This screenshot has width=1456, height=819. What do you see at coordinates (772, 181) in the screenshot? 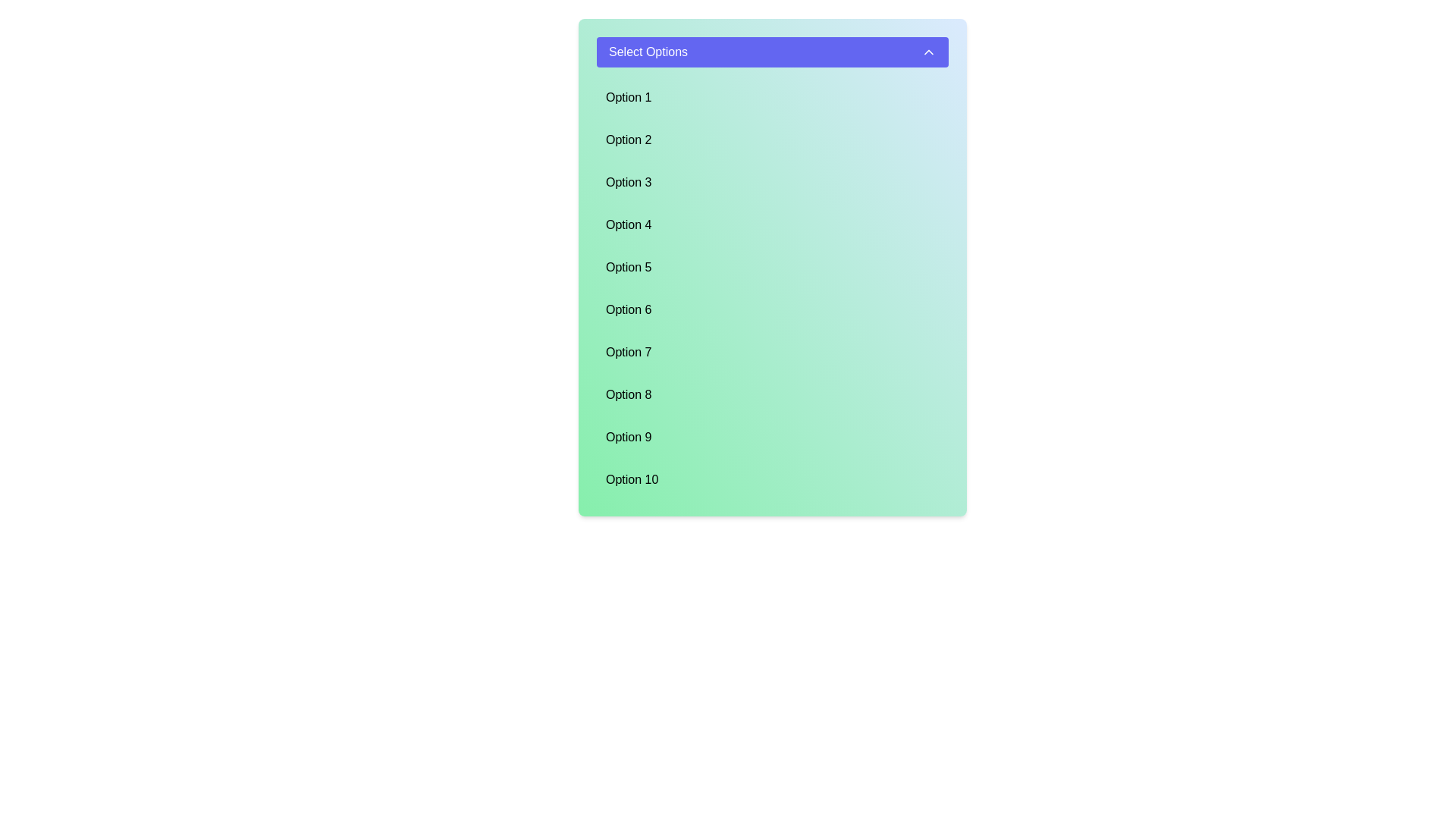
I see `the List Item element labeled 'Option 3'` at bounding box center [772, 181].